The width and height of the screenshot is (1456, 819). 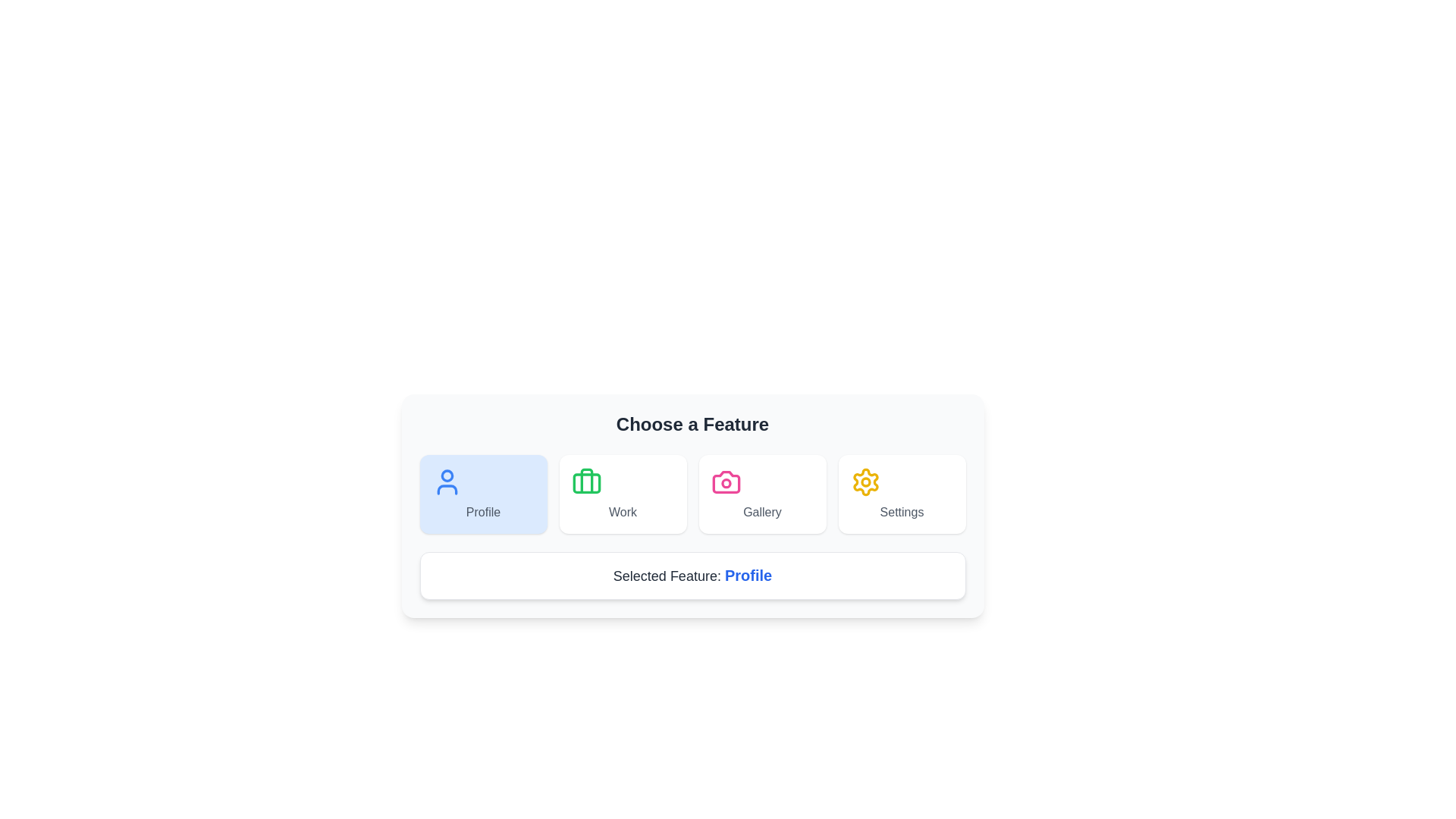 What do you see at coordinates (446, 482) in the screenshot?
I see `the 'Profile' icon located in the top-left corner of the selection interface` at bounding box center [446, 482].